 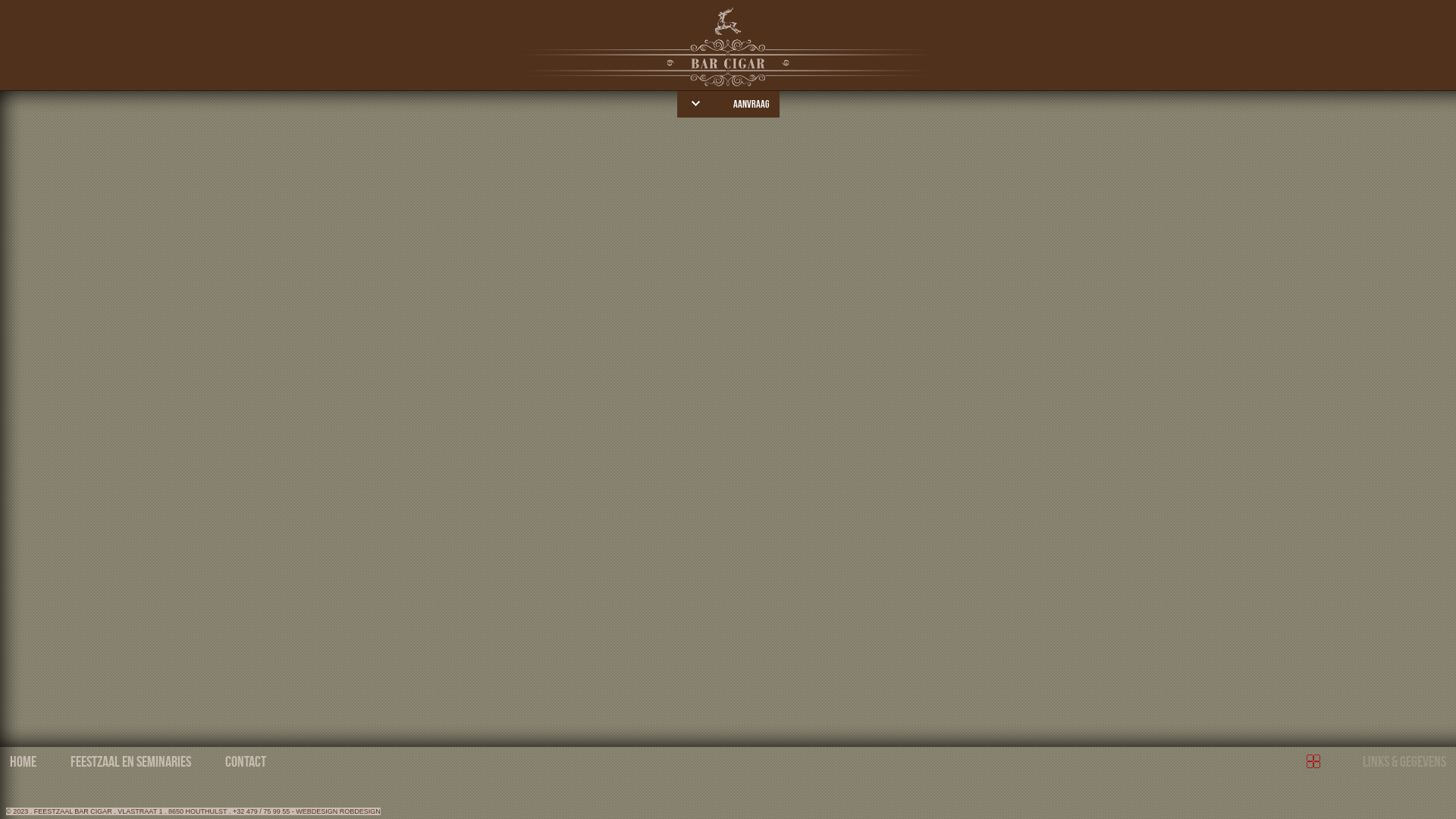 I want to click on 'FEESTZAAL EN SEMINARIES', so click(x=130, y=761).